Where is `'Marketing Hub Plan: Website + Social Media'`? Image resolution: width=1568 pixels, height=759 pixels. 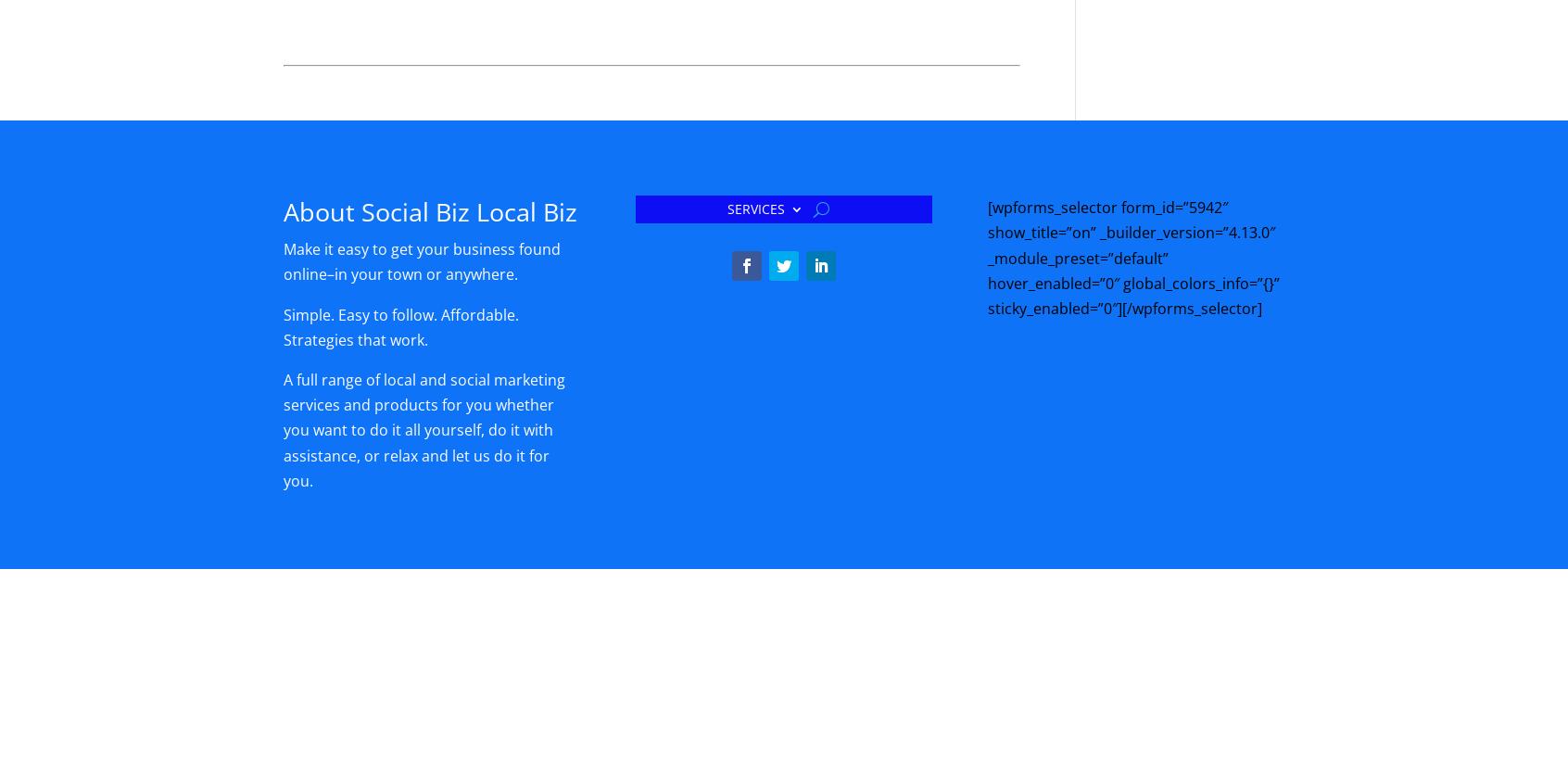
'Marketing Hub Plan: Website + Social Media' is located at coordinates (1047, 708).